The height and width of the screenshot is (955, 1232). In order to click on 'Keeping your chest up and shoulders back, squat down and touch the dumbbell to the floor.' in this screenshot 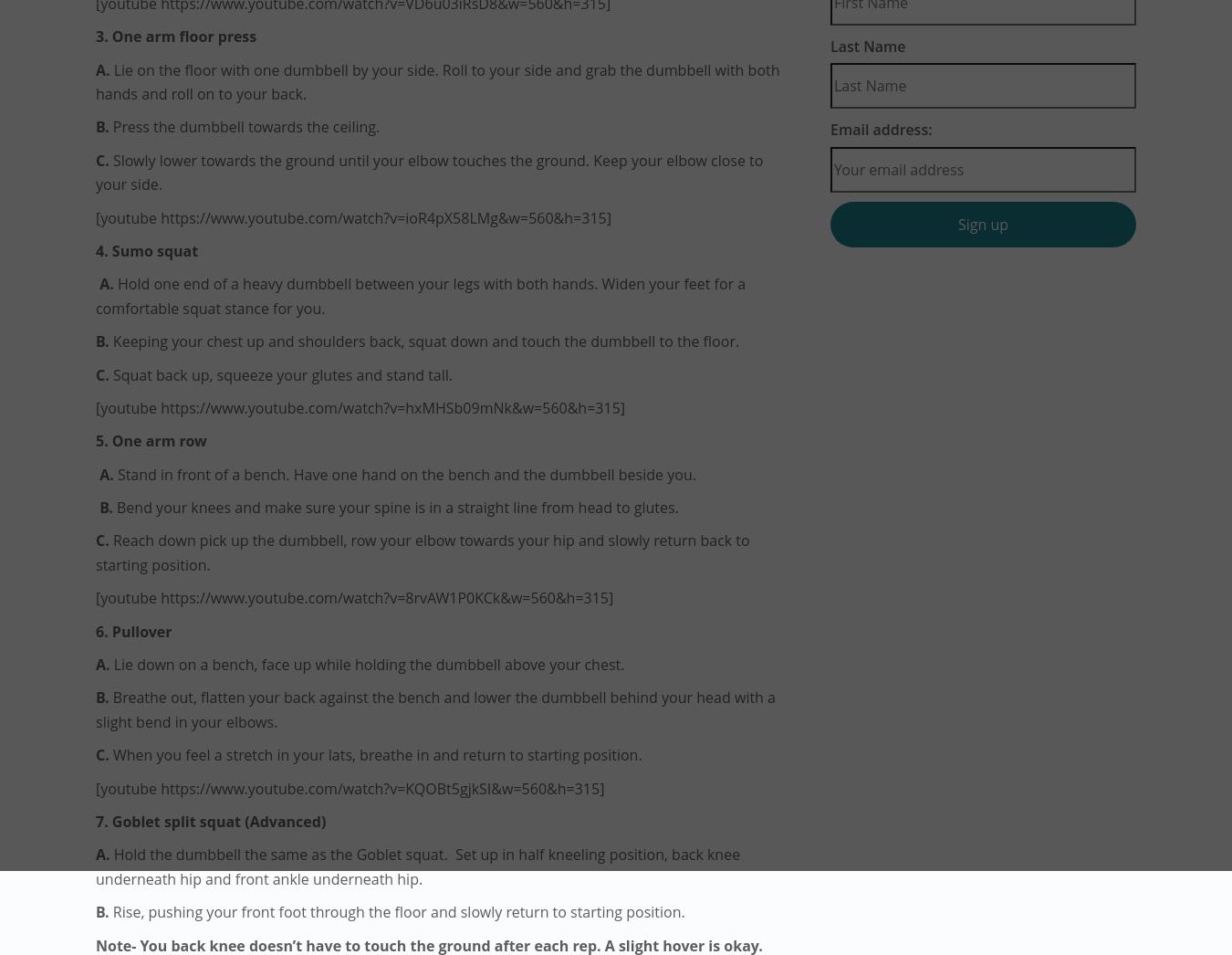, I will do `click(424, 341)`.